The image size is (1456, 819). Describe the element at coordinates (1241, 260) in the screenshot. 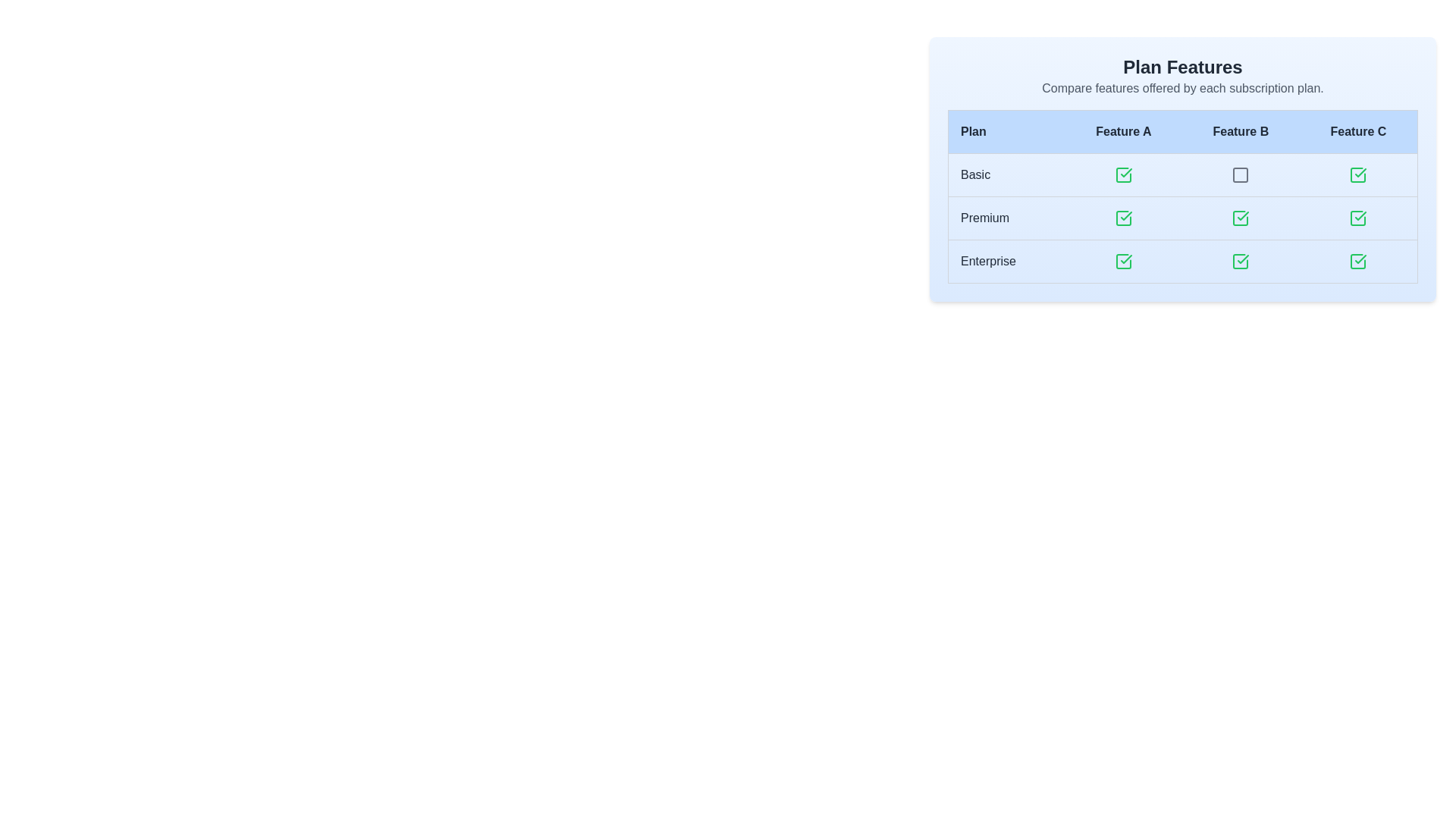

I see `the green checkbox icon located in the second column of the third row of the subscription plan table, which represents 'Feature B' for the 'Enterprise' plan` at that location.